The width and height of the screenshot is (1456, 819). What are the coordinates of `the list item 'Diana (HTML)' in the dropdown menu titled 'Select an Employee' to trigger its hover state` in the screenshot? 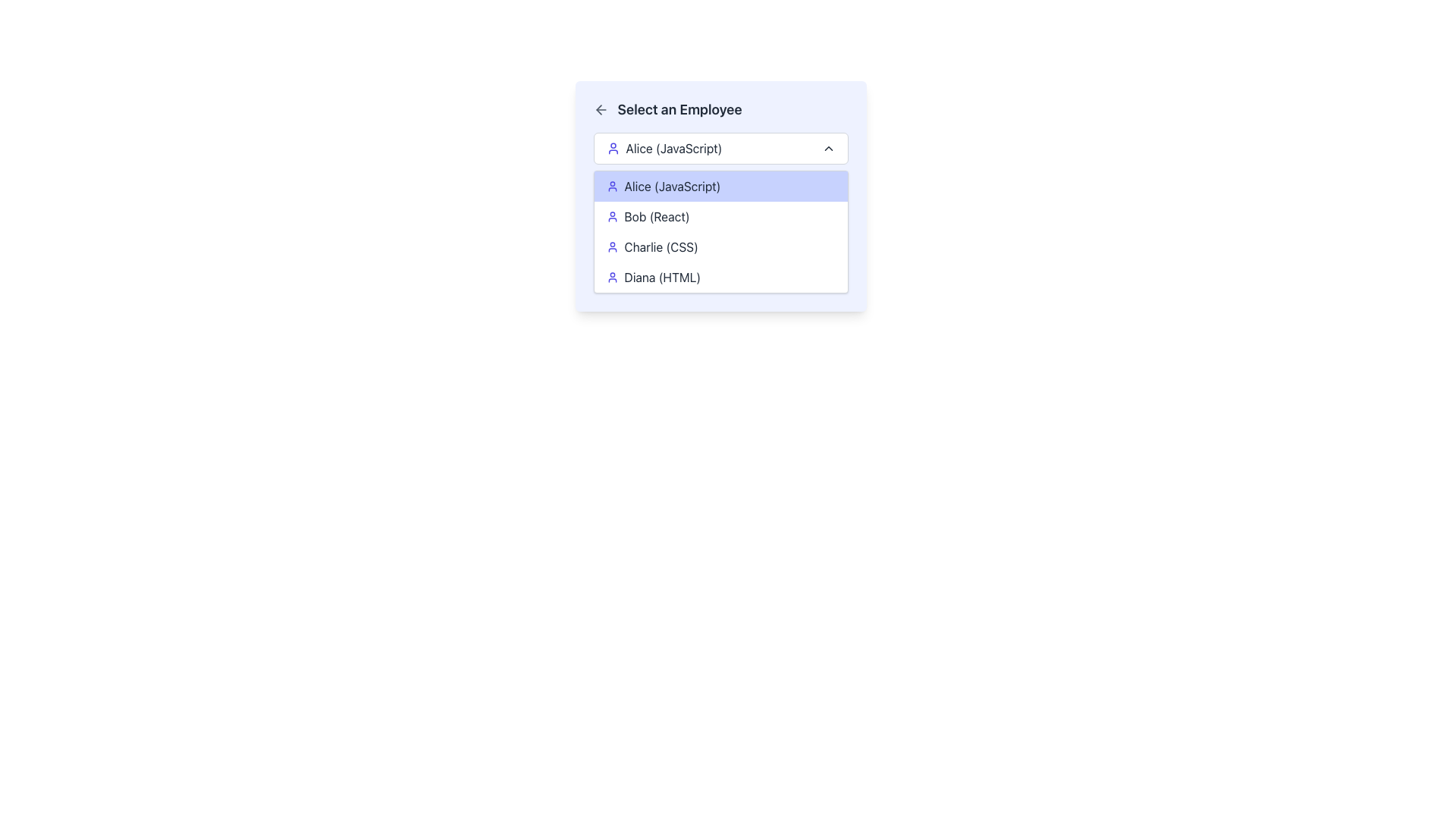 It's located at (720, 278).